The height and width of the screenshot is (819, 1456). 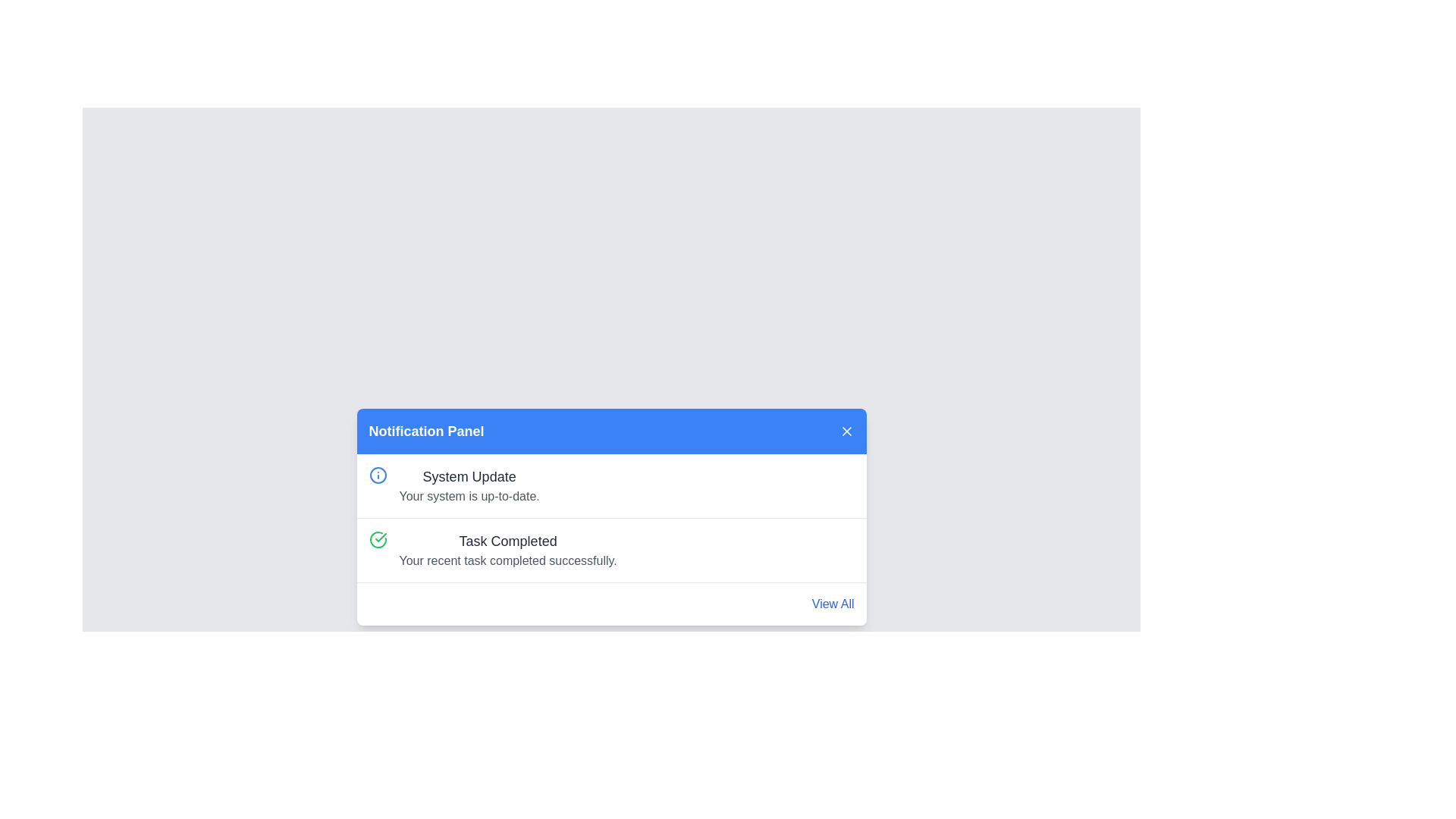 I want to click on the 'View All' hyperlink located at the bottom-right corner of the Notification Panel, so click(x=832, y=604).